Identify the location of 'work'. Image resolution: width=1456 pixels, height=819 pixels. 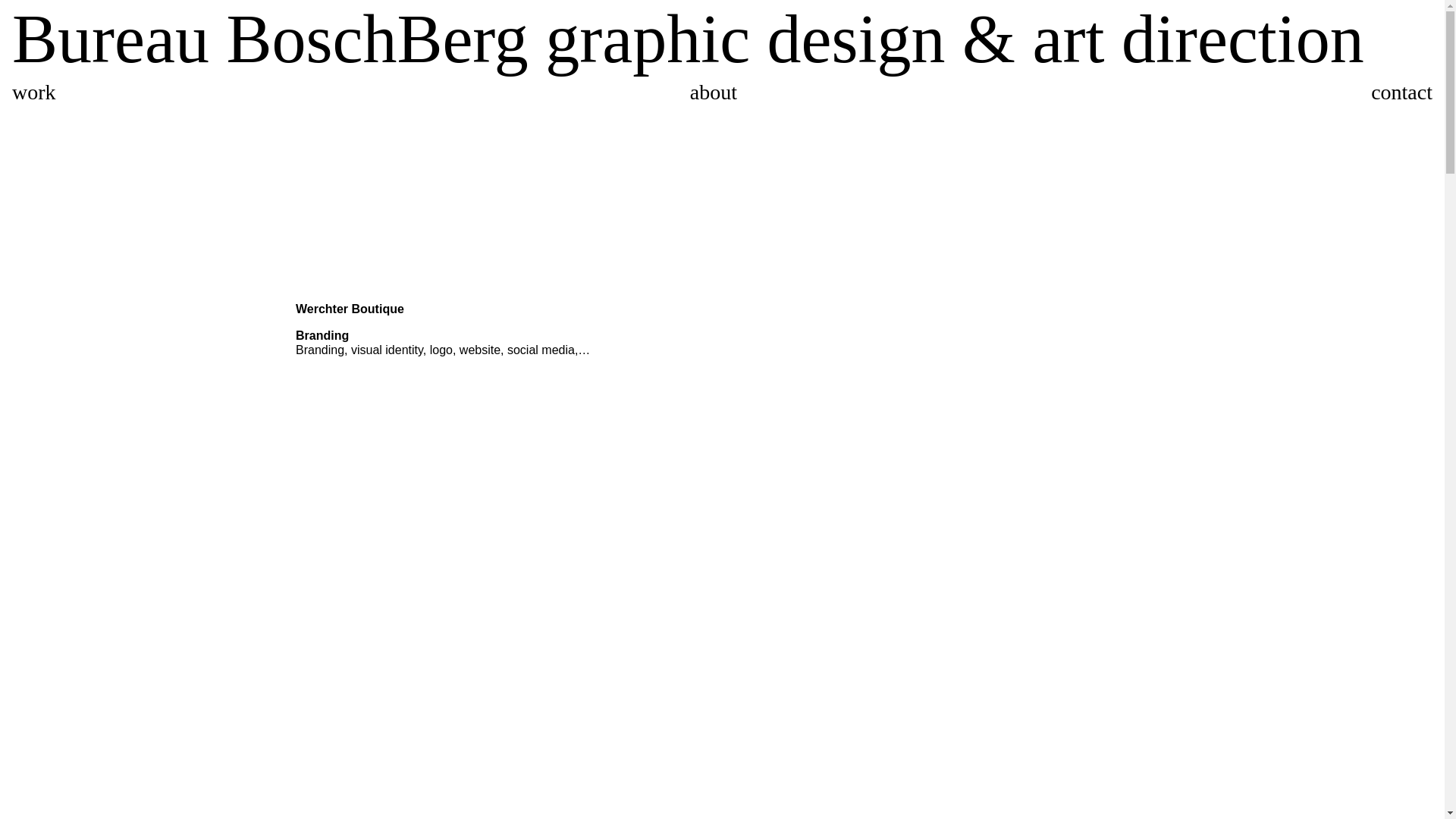
(33, 92).